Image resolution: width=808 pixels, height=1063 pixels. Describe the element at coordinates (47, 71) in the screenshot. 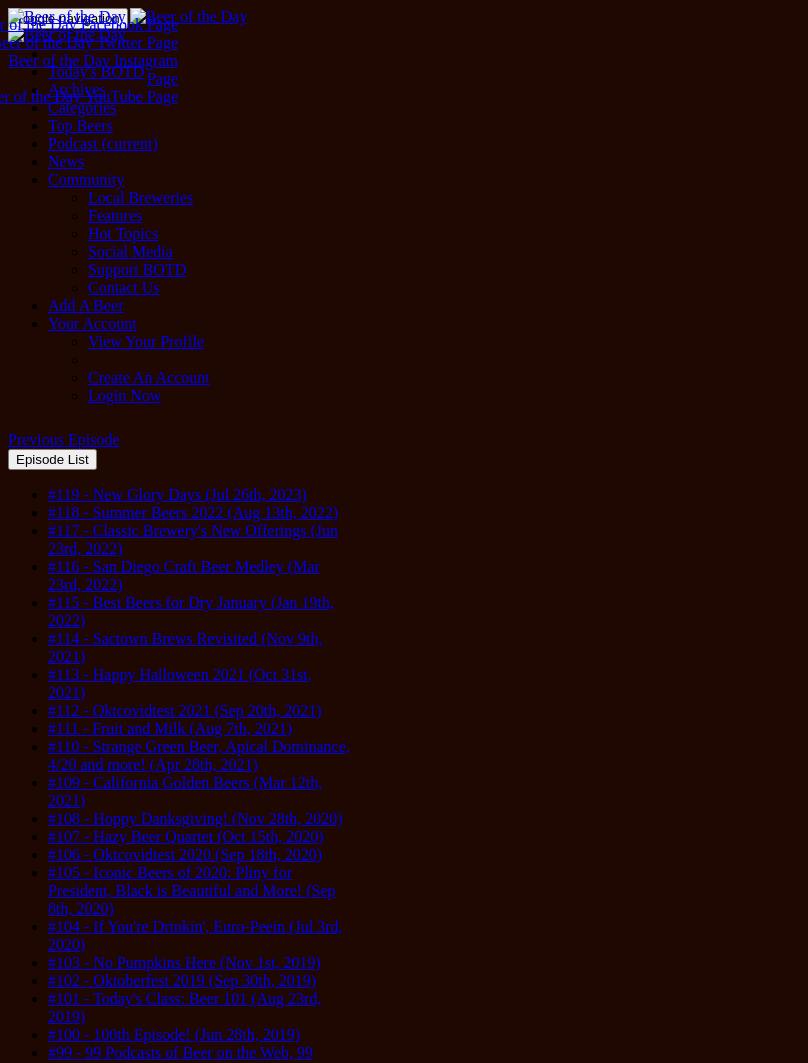

I see `'Today's BOTD'` at that location.